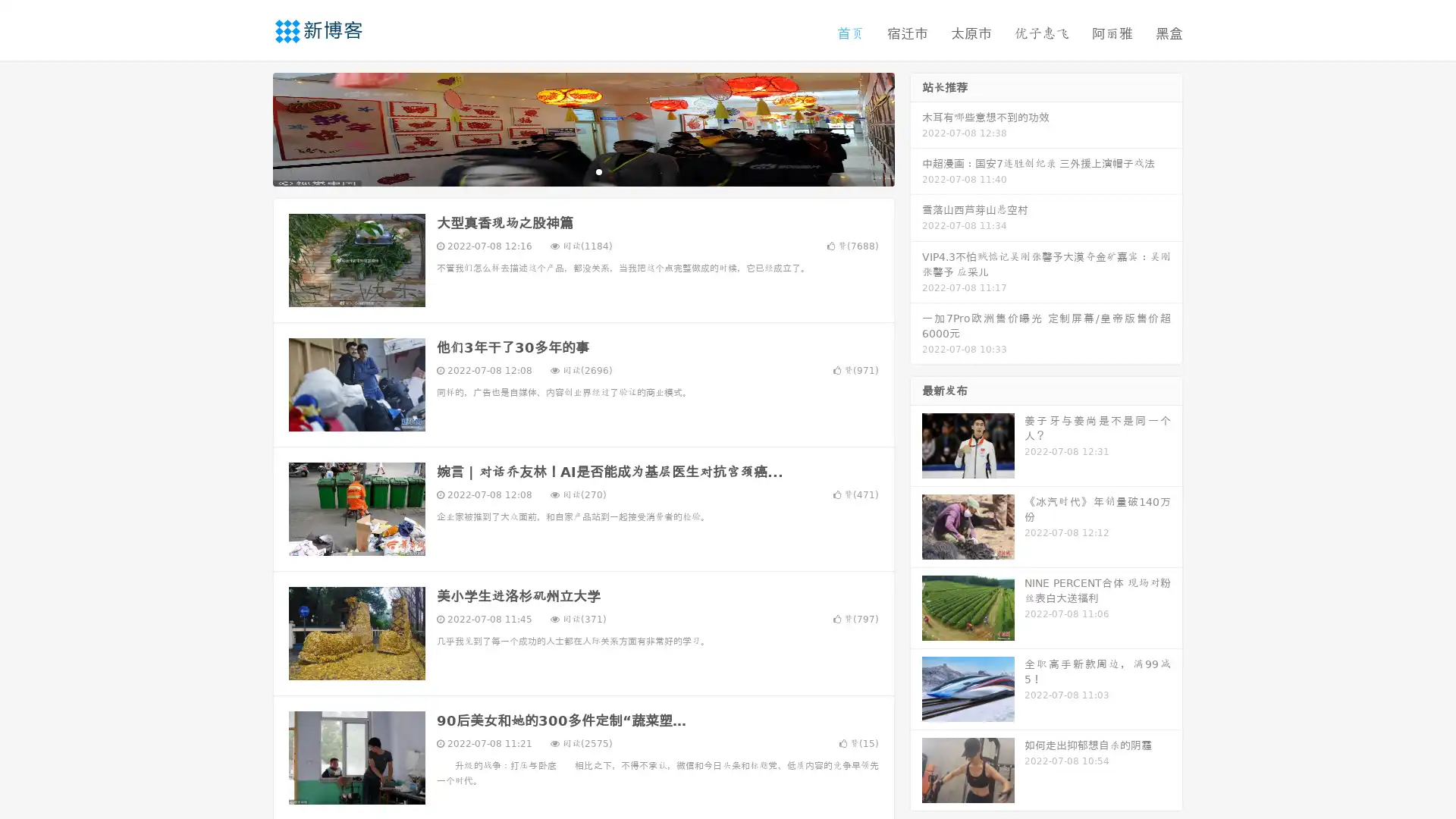 The image size is (1456, 819). What do you see at coordinates (582, 171) in the screenshot?
I see `Go to slide 2` at bounding box center [582, 171].